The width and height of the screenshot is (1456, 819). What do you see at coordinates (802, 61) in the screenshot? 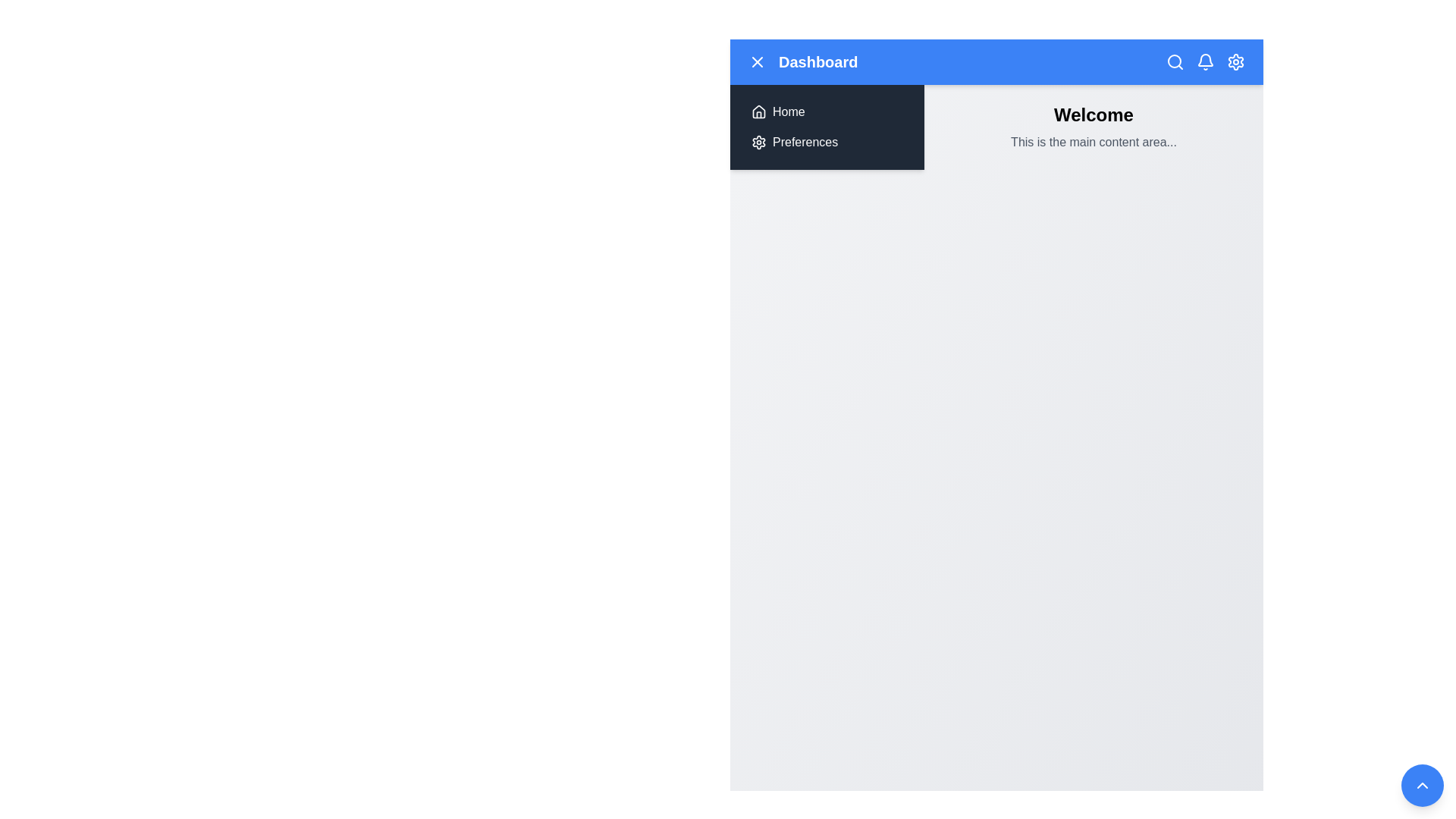
I see `the 'Dashboard' text label which is prominently displayed in white font on a blue background bar, located on the left side of the navigation bar at the top of the interface` at bounding box center [802, 61].